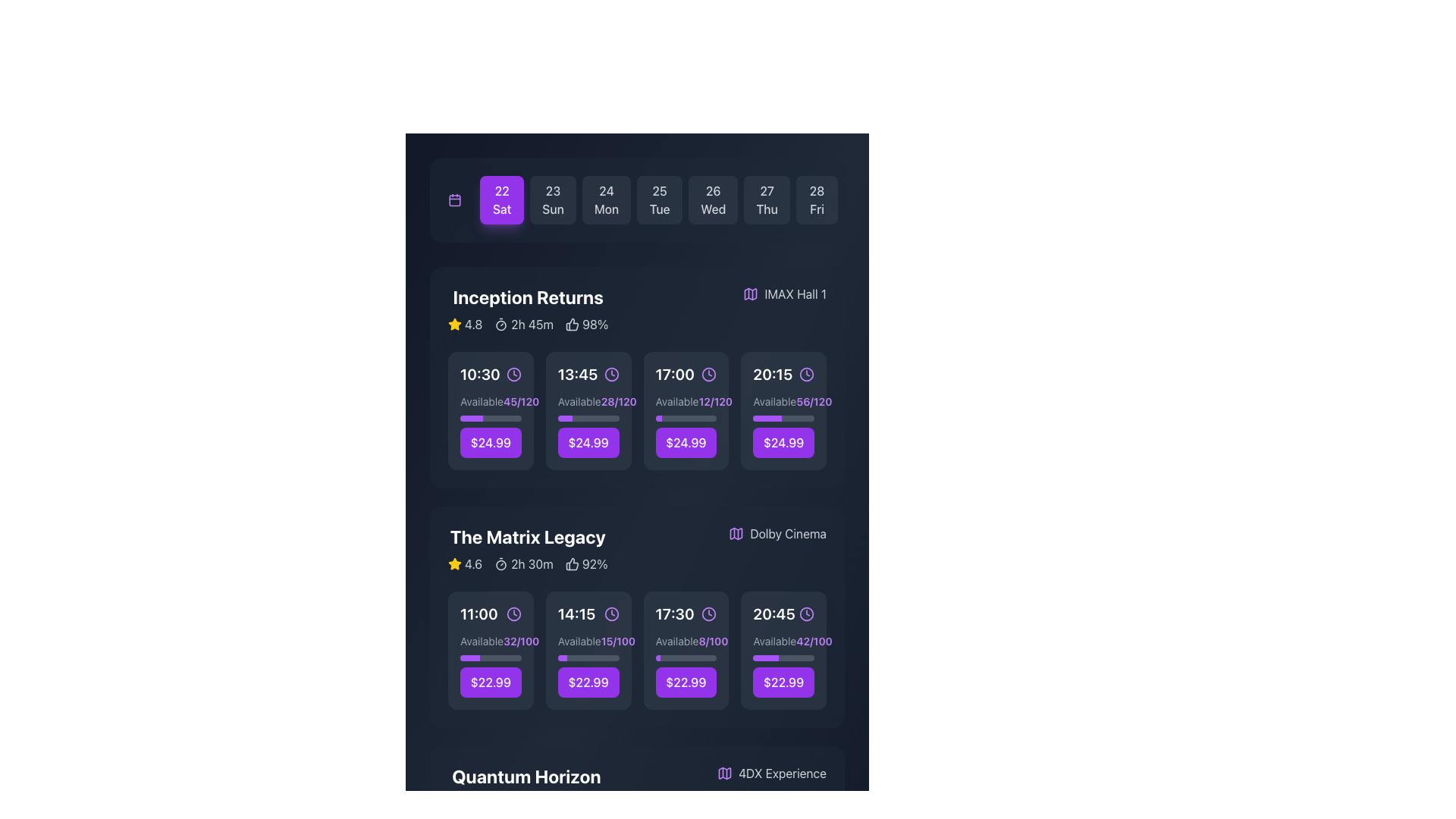 This screenshot has width=1456, height=819. What do you see at coordinates (491, 681) in the screenshot?
I see `the price button for the showtime '11:00' under 'The Matrix Legacy' section` at bounding box center [491, 681].